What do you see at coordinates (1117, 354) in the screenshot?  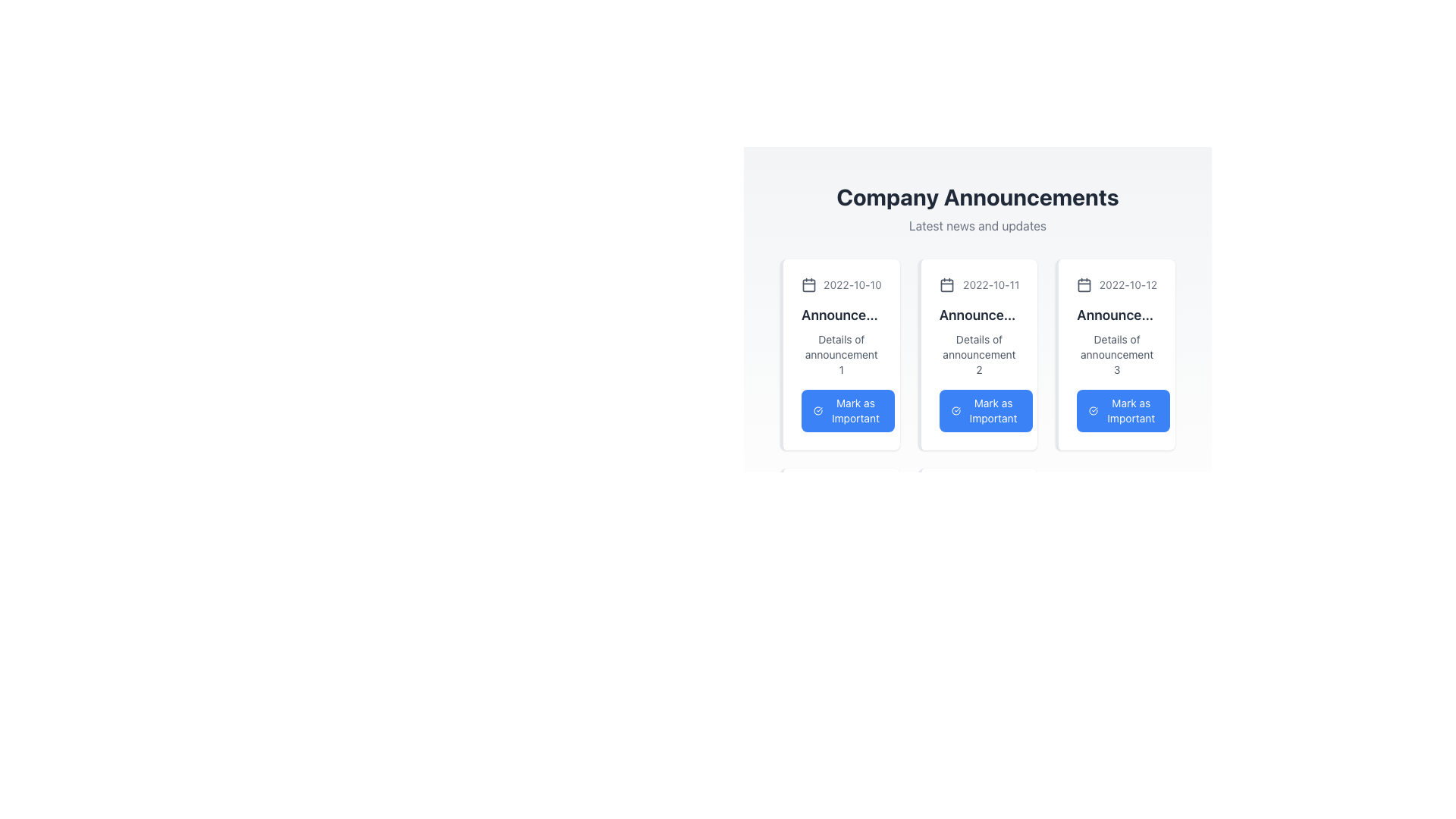 I see `informational Text label related to 'Announcement 3', which is the third content label among the announcement cards for the date '2022-10-12'` at bounding box center [1117, 354].